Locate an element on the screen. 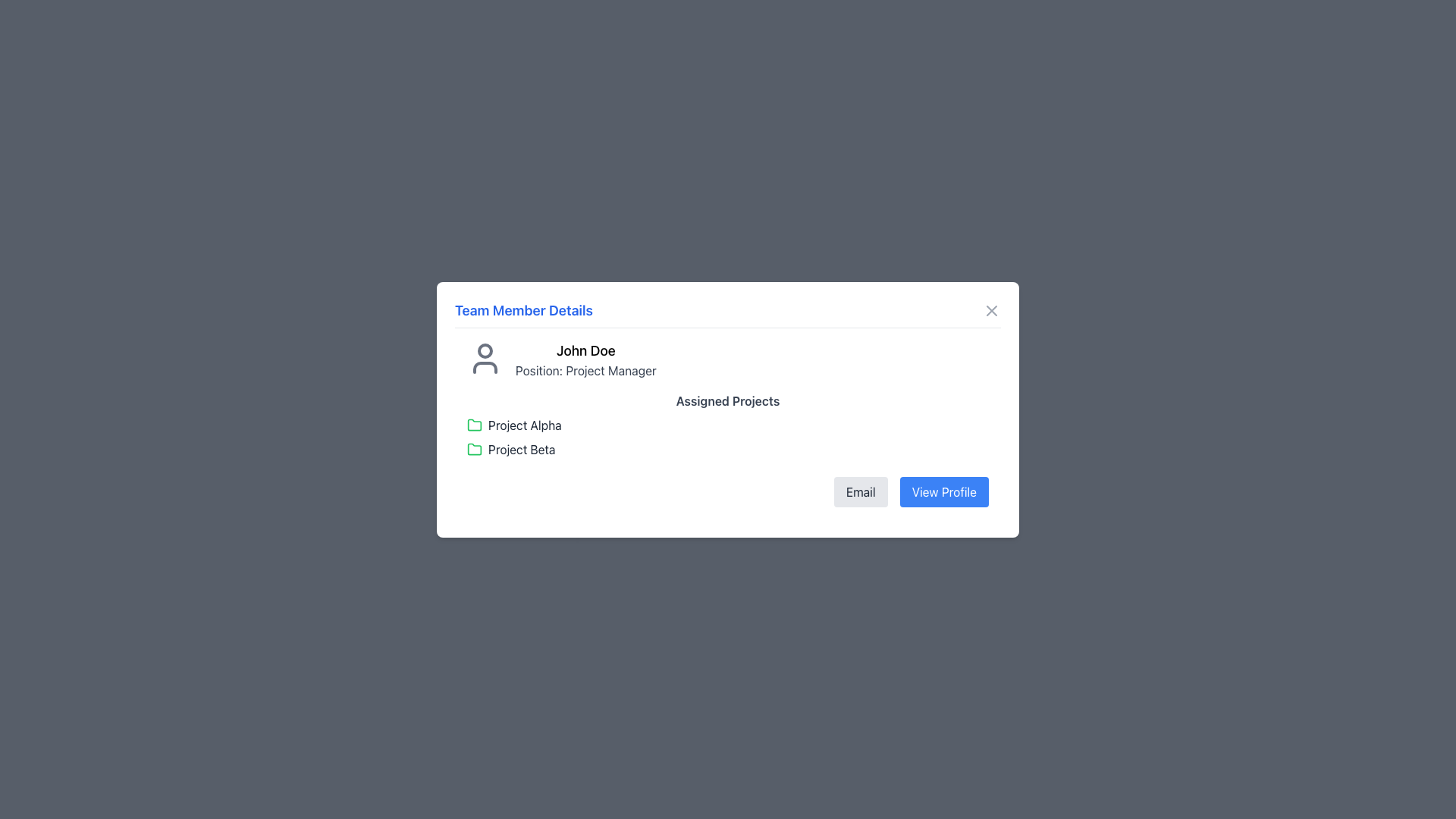  the text label 'John Doe' styled with a bold font located in the 'Team Member Details' pop-up box is located at coordinates (585, 350).